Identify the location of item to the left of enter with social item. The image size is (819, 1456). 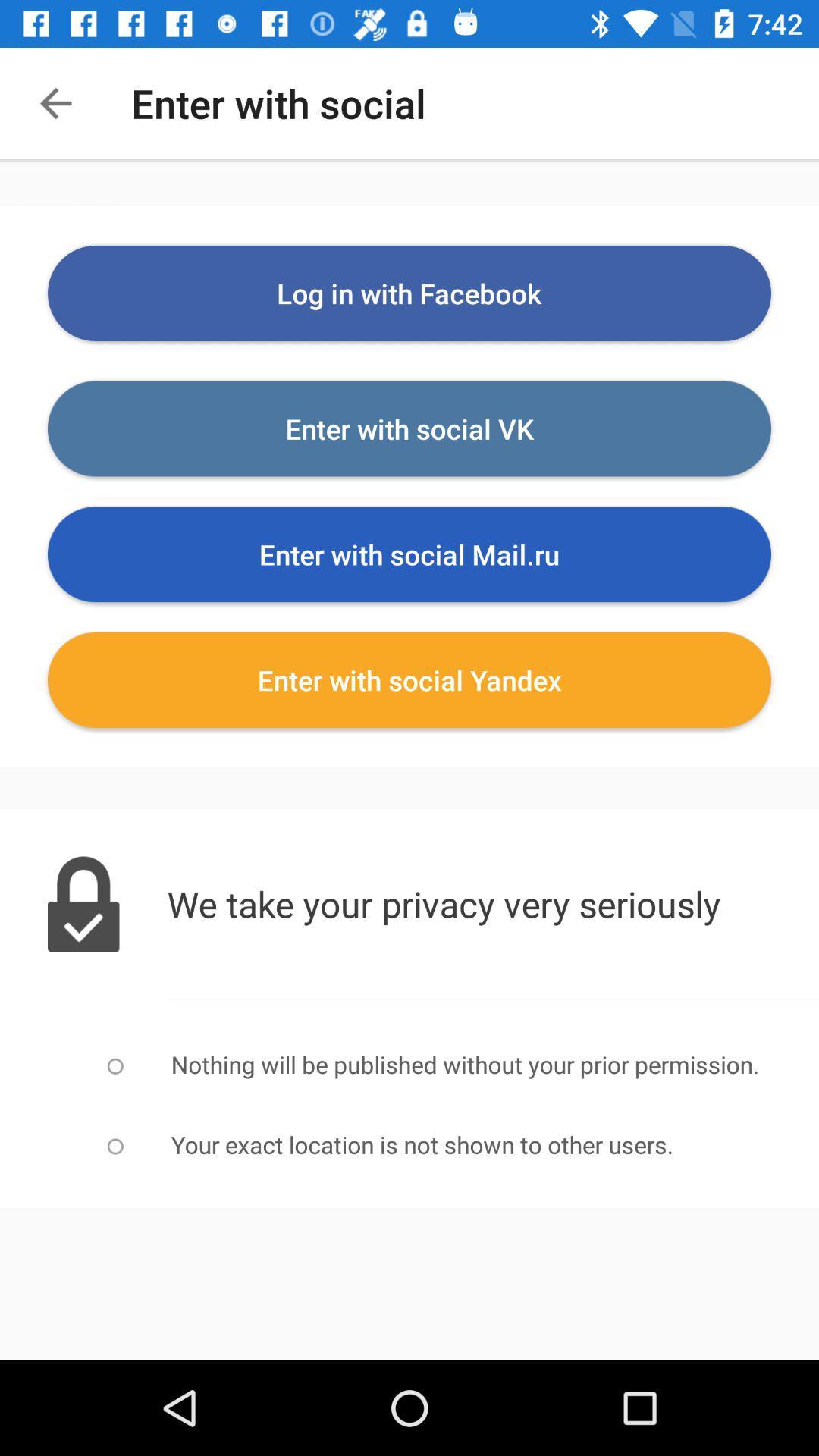
(55, 102).